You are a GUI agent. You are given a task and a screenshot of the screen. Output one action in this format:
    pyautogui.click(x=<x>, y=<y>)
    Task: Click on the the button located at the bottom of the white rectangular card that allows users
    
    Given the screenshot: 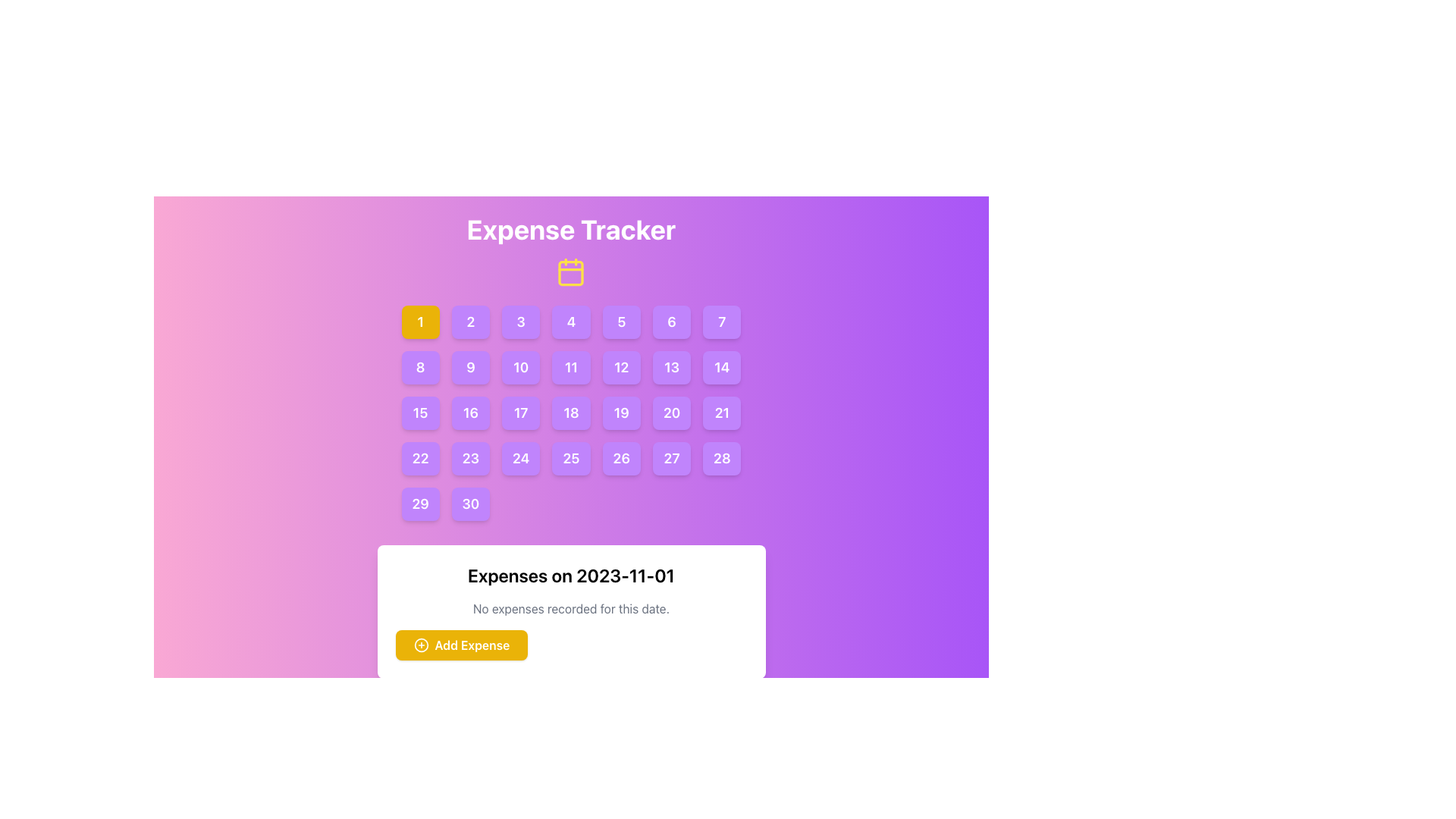 What is the action you would take?
    pyautogui.click(x=460, y=645)
    